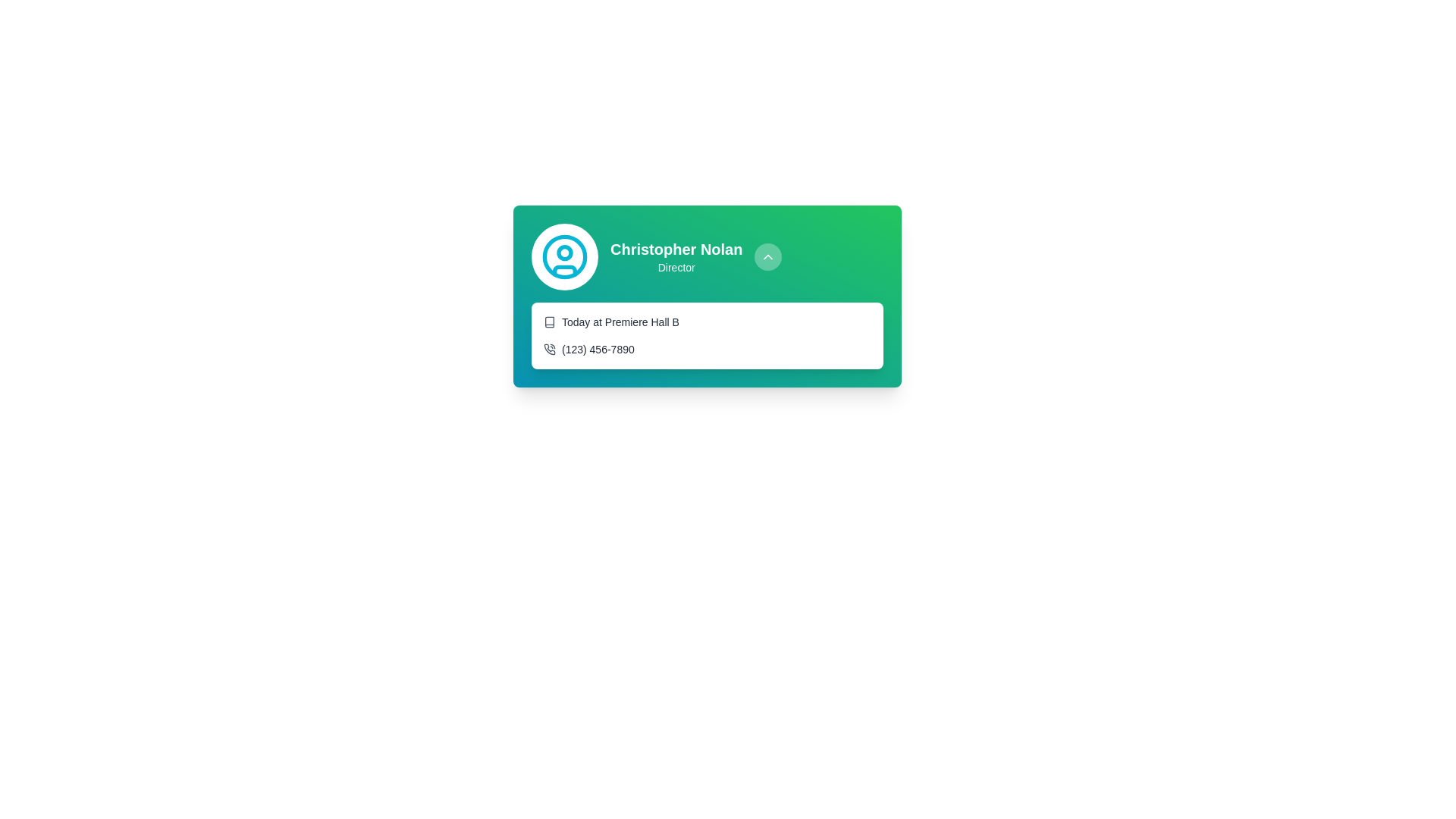  What do you see at coordinates (767, 256) in the screenshot?
I see `the upward-pointing chevron icon located in the top-right region of the user card containing the profile of Christopher Nolan` at bounding box center [767, 256].